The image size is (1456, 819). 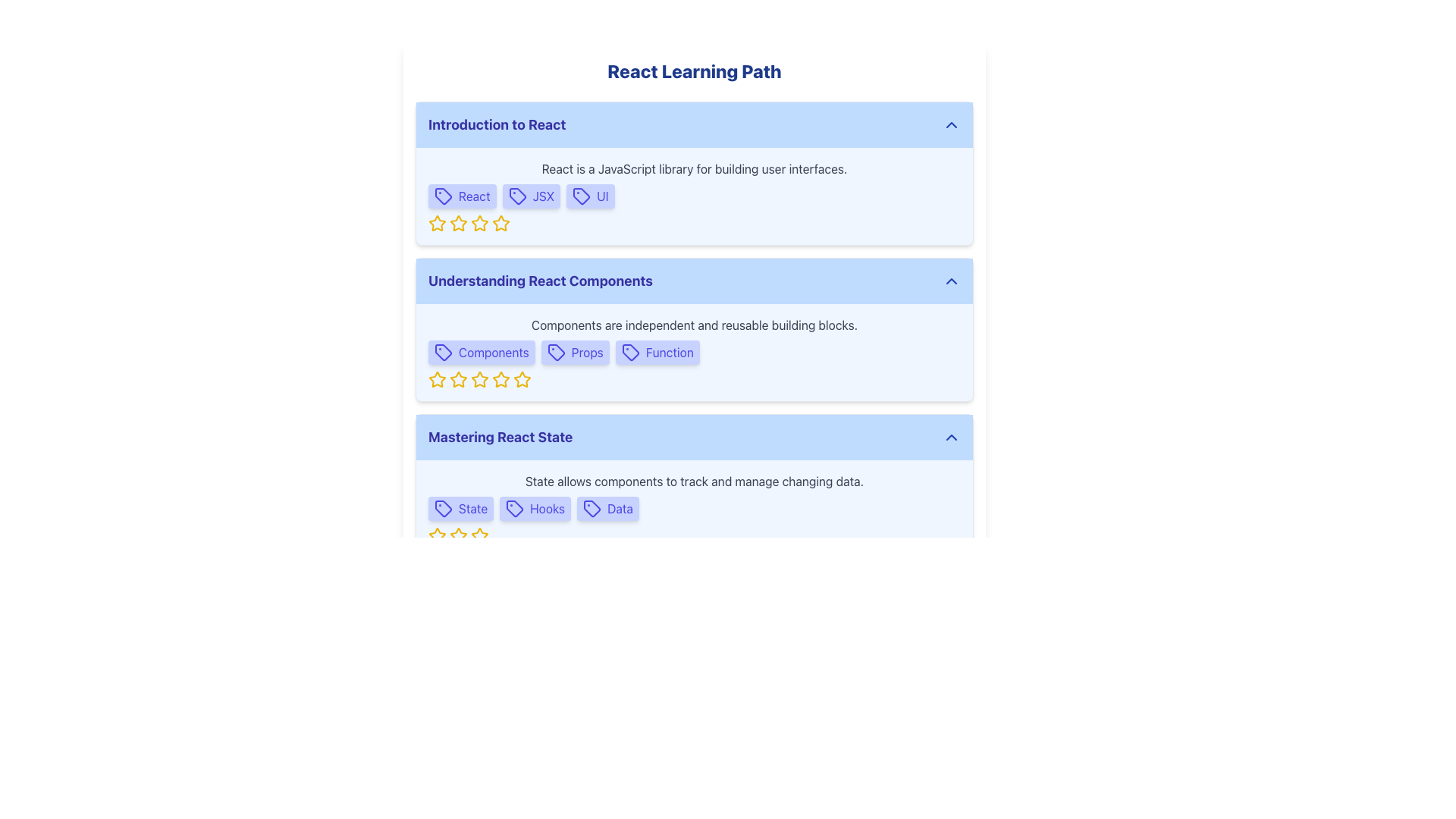 What do you see at coordinates (607, 509) in the screenshot?
I see `the third button in the row of tags within the 'Mastering React State' section` at bounding box center [607, 509].